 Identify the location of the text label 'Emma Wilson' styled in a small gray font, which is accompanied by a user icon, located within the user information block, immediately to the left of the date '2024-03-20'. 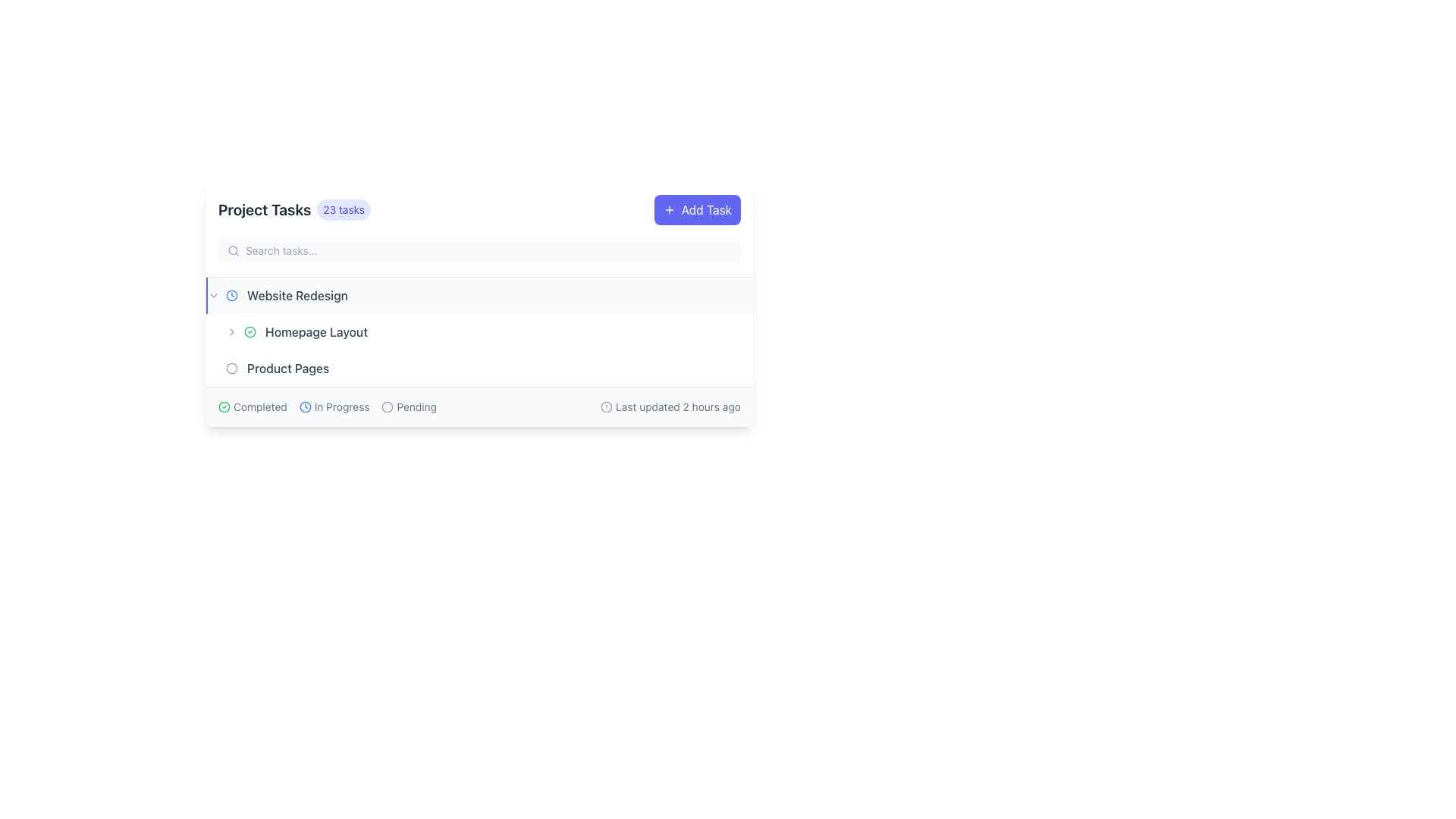
(559, 369).